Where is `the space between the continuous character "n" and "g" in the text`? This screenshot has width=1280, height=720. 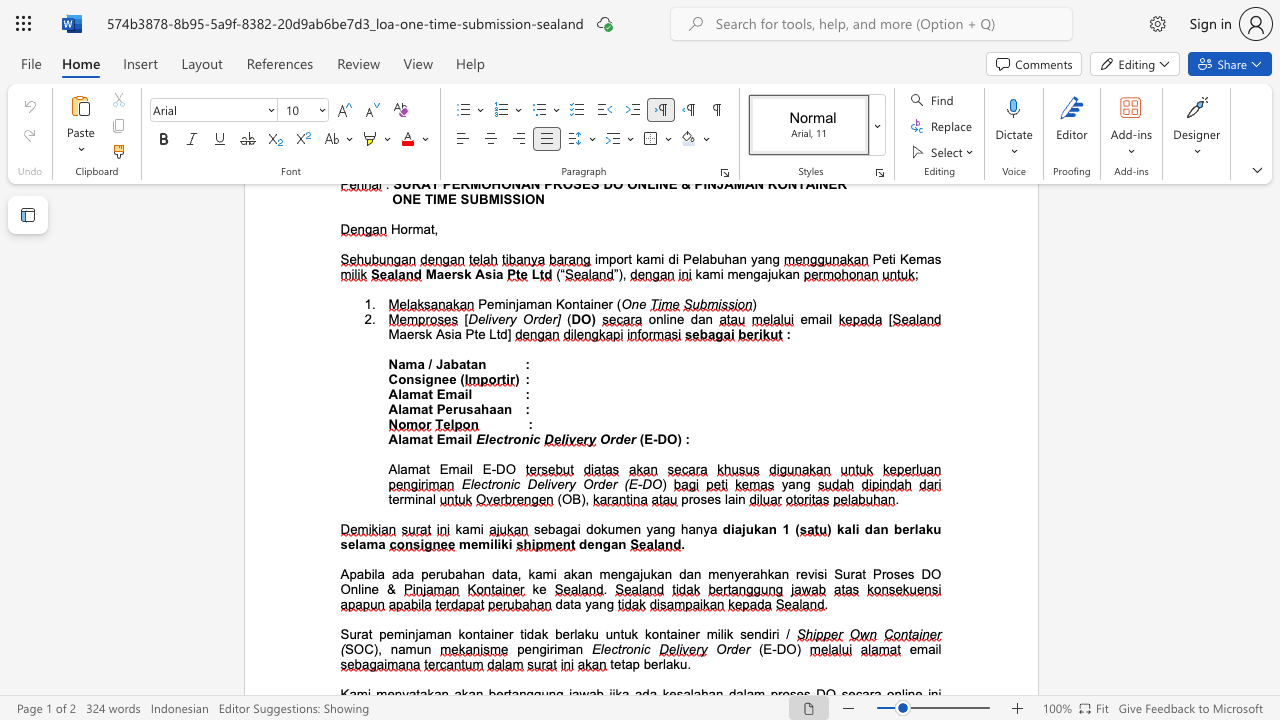 the space between the continuous character "n" and "g" in the text is located at coordinates (539, 649).